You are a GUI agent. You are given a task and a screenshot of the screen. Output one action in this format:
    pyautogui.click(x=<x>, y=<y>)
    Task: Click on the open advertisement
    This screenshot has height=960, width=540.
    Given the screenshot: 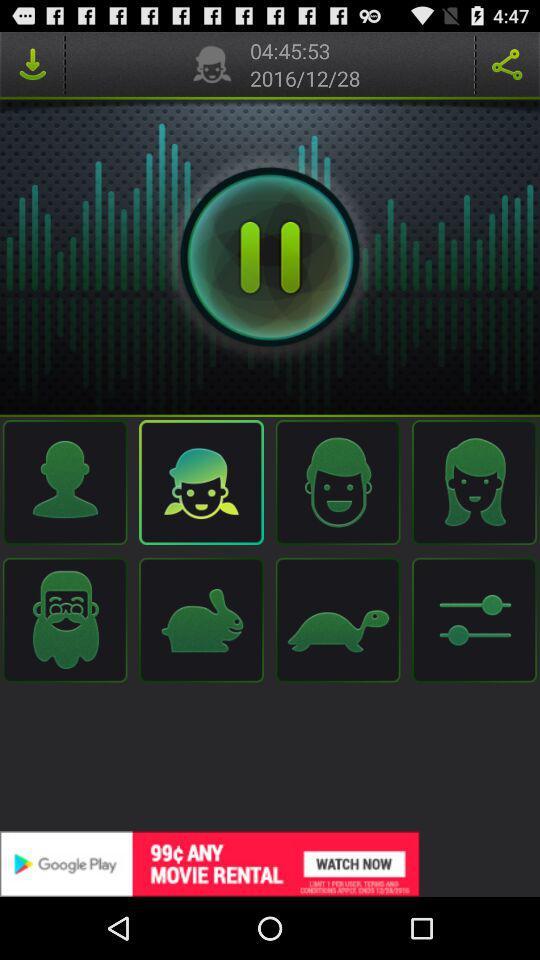 What is the action you would take?
    pyautogui.click(x=270, y=863)
    